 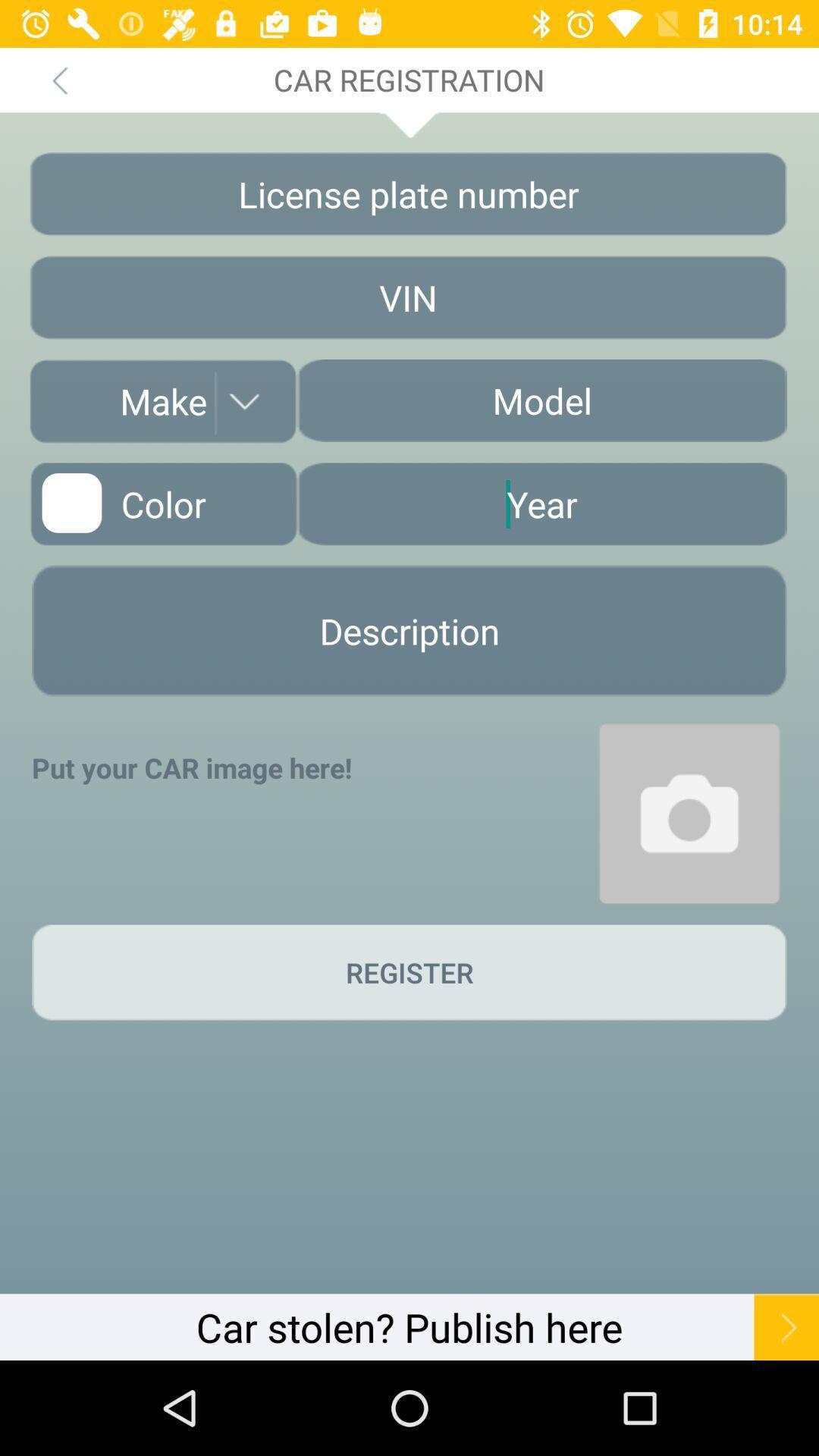 What do you see at coordinates (163, 401) in the screenshot?
I see `open car make menu` at bounding box center [163, 401].